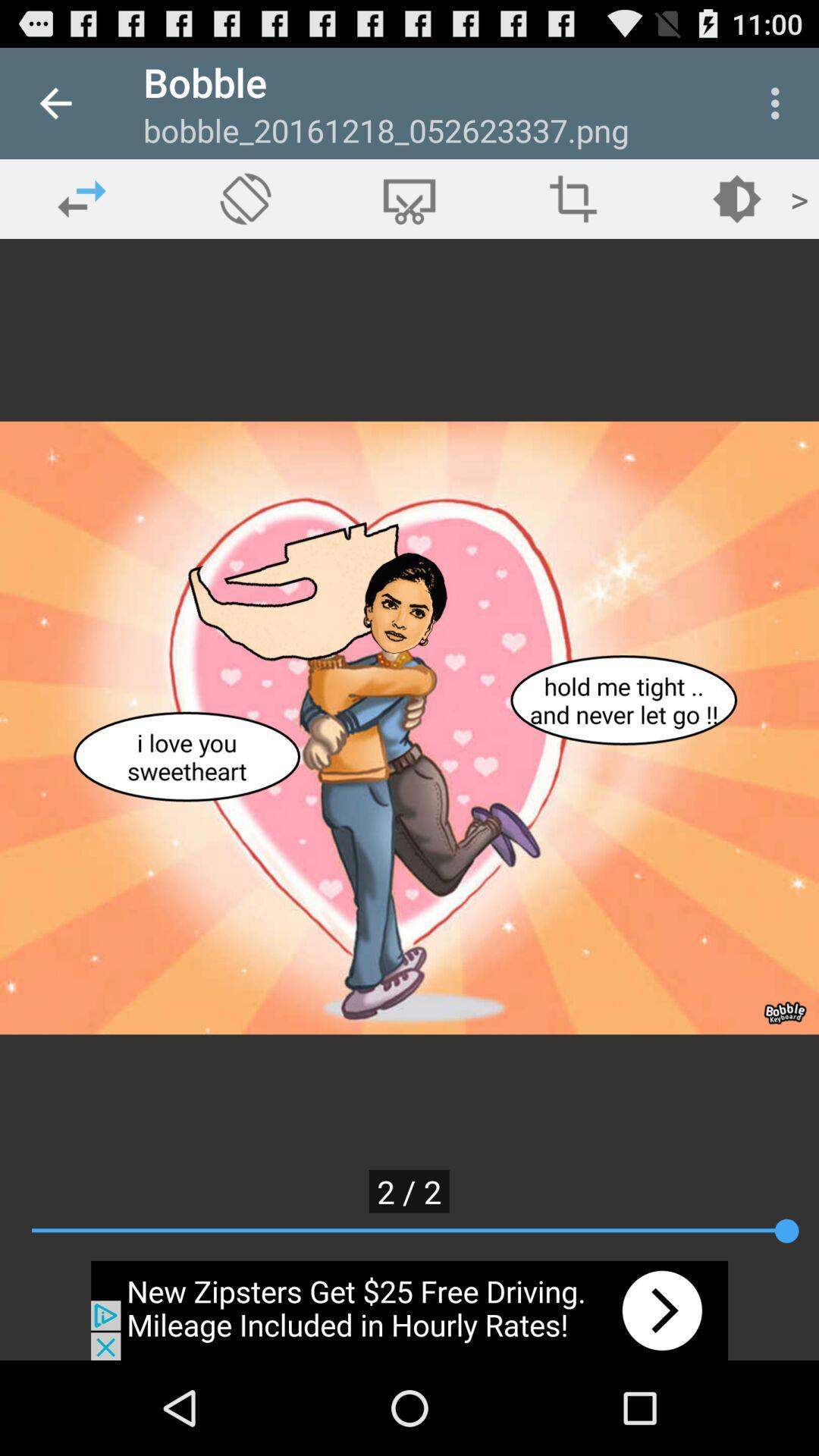  Describe the element at coordinates (82, 198) in the screenshot. I see `the swap icon` at that location.